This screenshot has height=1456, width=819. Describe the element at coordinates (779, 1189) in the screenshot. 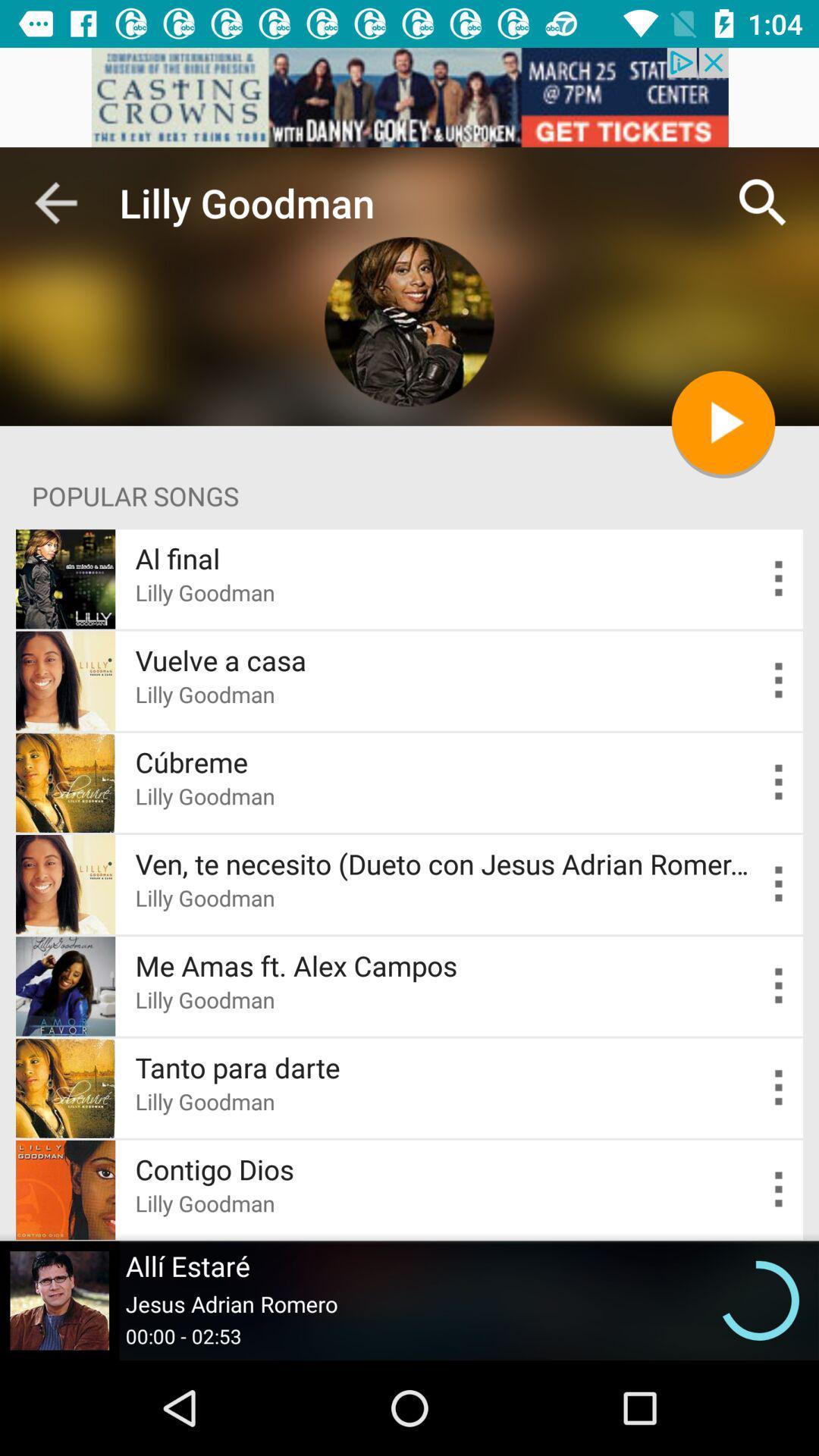

I see `the more icon` at that location.